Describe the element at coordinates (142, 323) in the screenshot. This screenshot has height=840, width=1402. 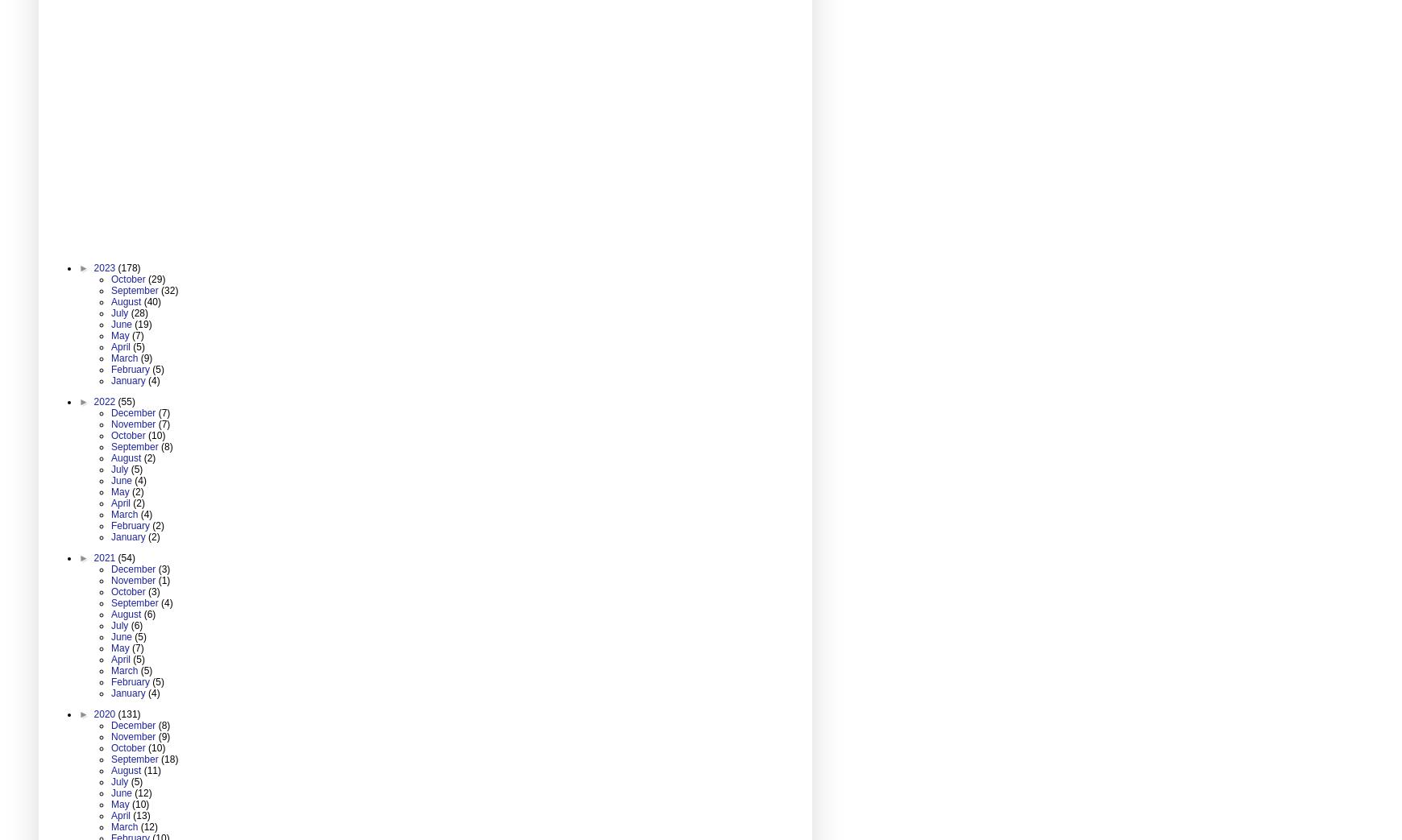
I see `'(19)'` at that location.